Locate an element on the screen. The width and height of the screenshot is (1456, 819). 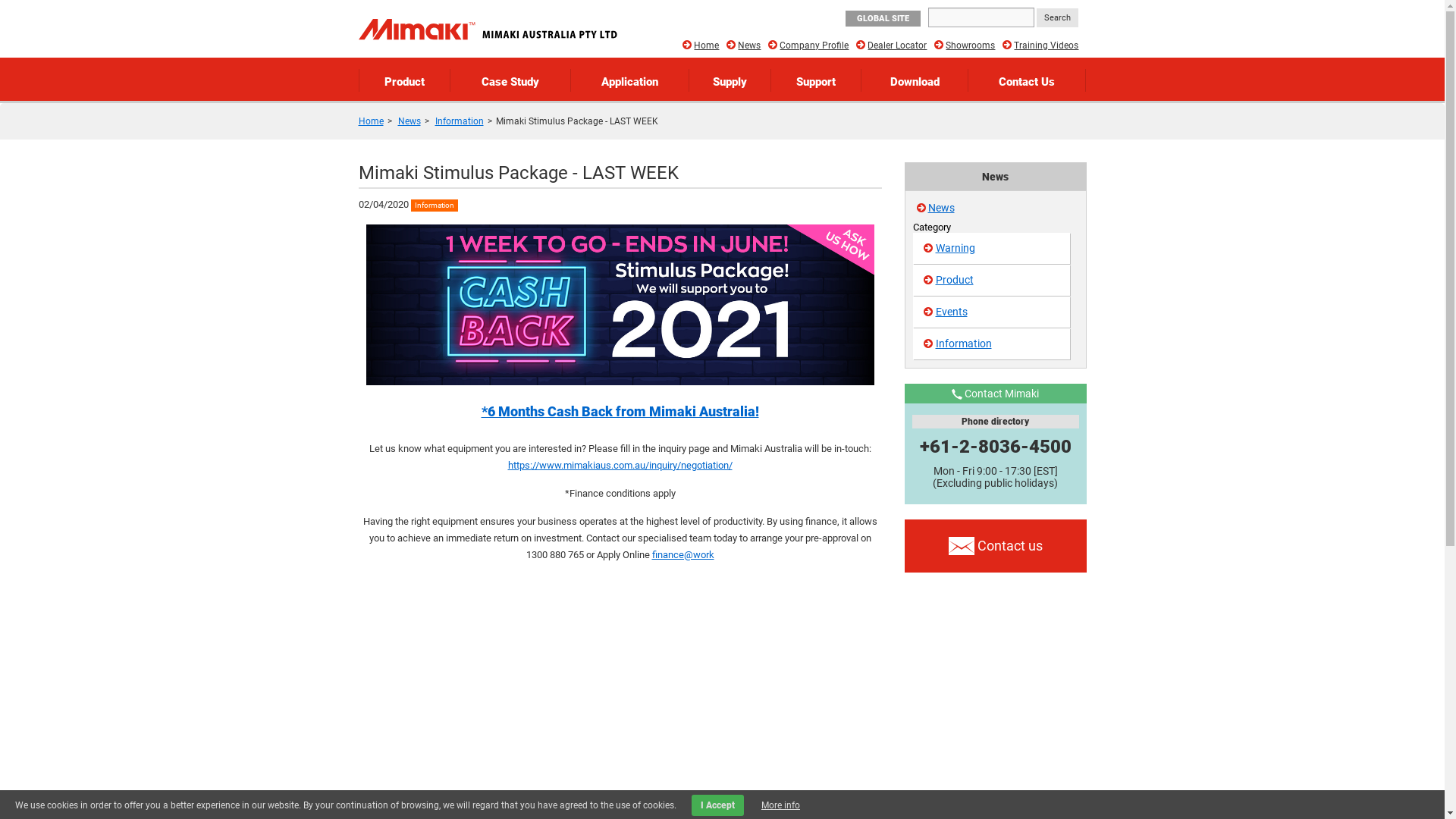
'Search' is located at coordinates (1036, 17).